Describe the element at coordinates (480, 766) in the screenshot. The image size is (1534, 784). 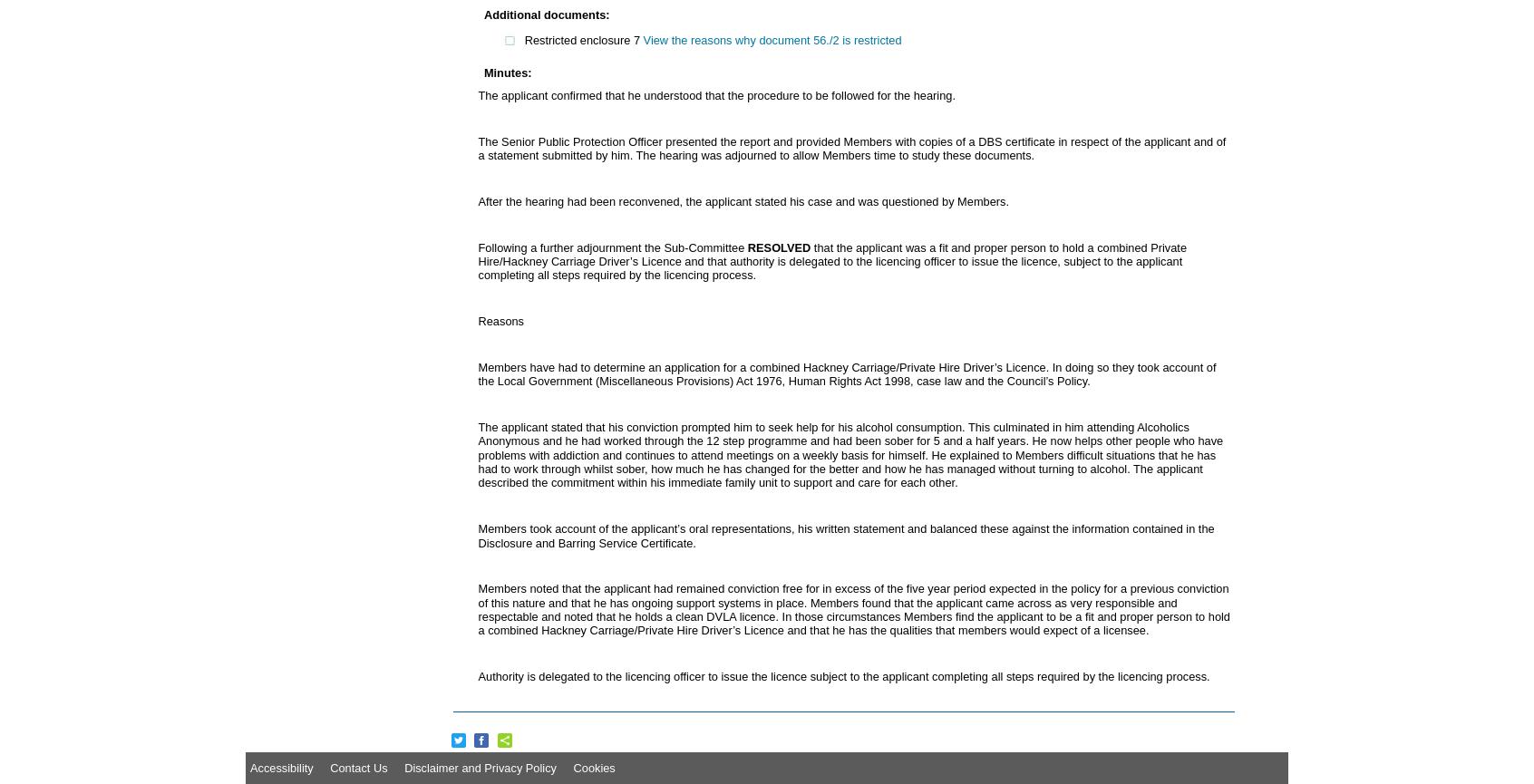
I see `'Disclaimer and Privacy Policy'` at that location.